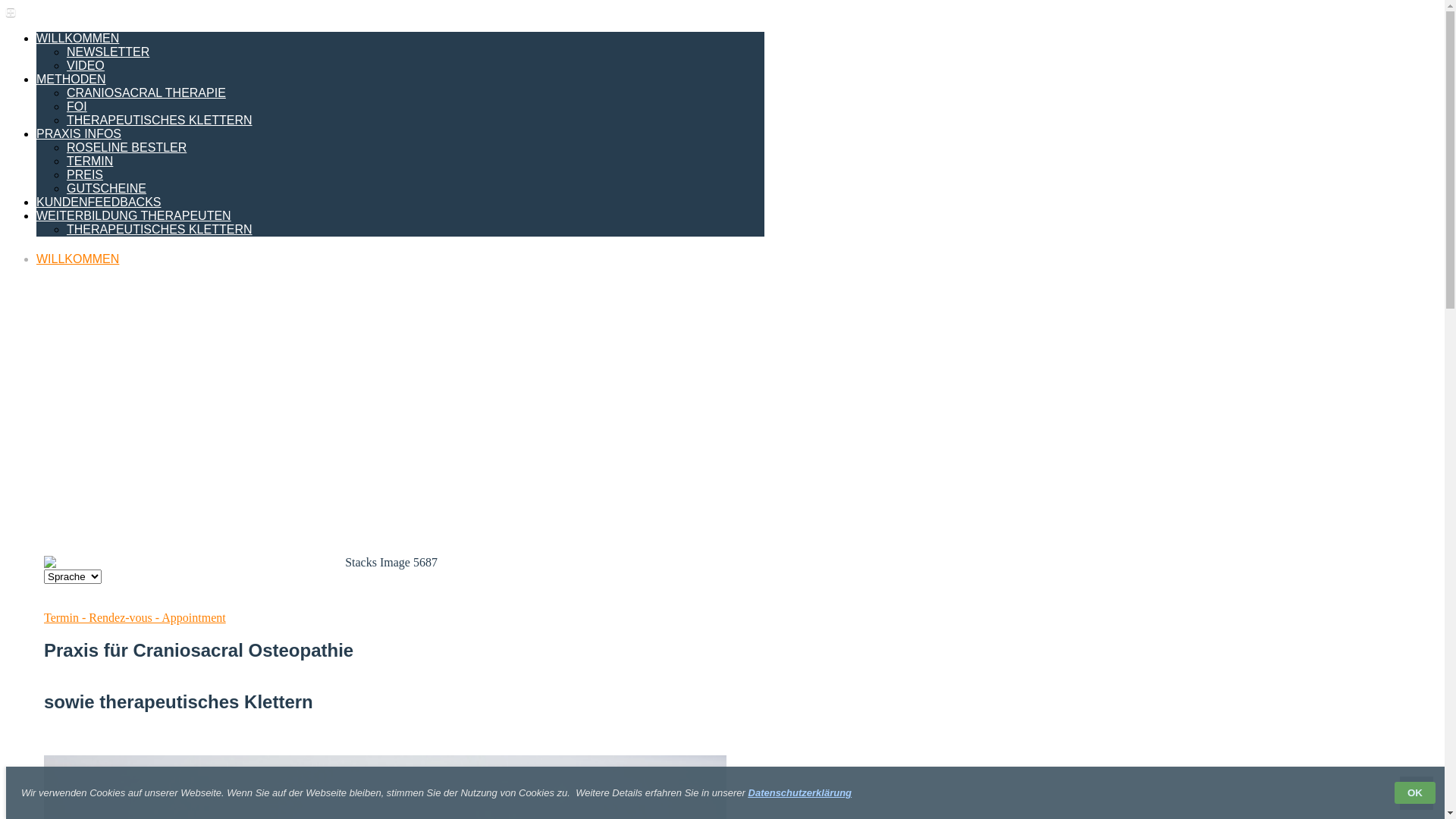  Describe the element at coordinates (159, 119) in the screenshot. I see `'THERAPEUTISCHES KLETTERN'` at that location.